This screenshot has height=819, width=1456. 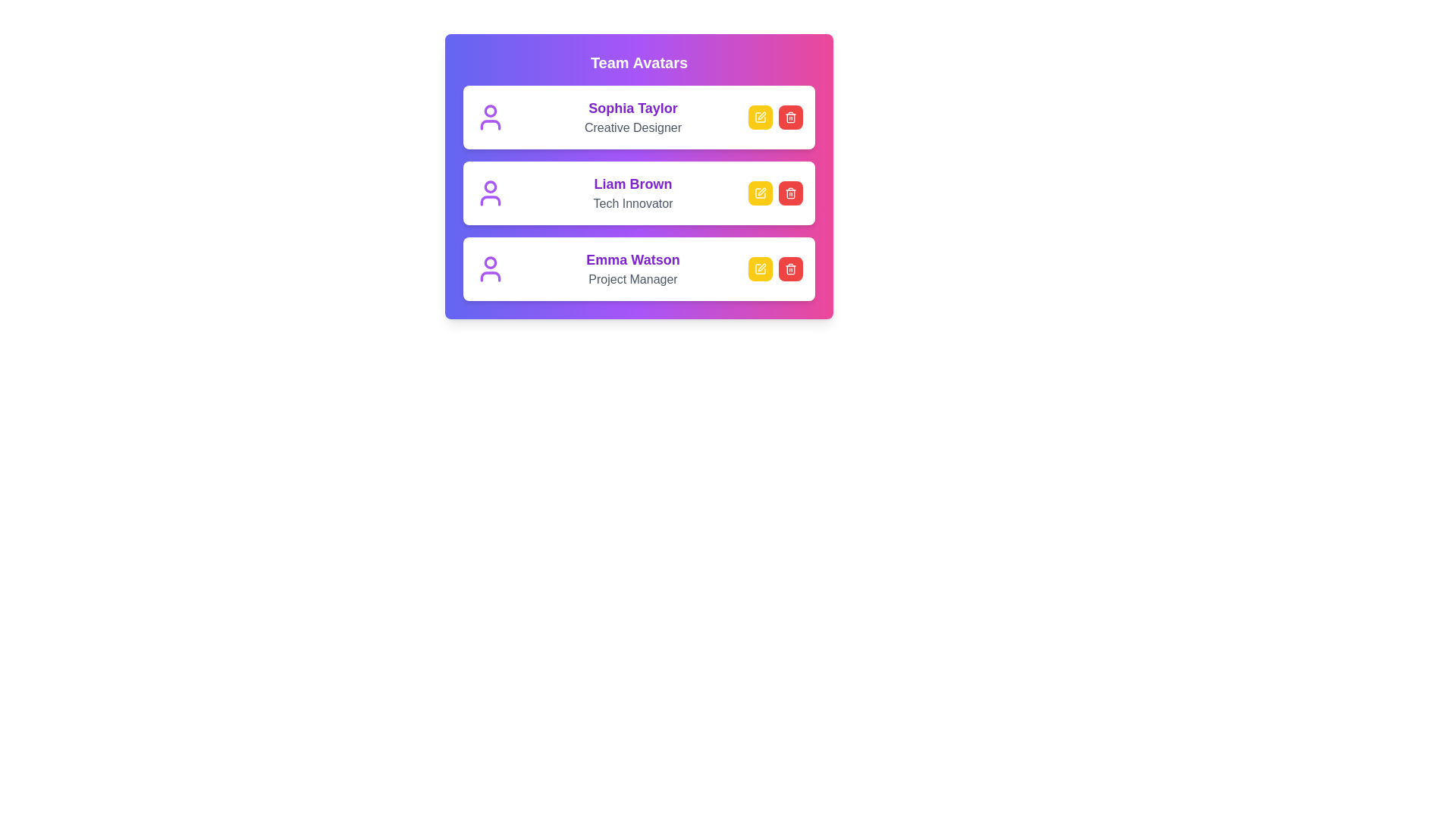 I want to click on text component displaying the name 'Sophia Taylor' in bold, purple-colored, large font, which is positioned in the first section of a vertical list, so click(x=633, y=107).